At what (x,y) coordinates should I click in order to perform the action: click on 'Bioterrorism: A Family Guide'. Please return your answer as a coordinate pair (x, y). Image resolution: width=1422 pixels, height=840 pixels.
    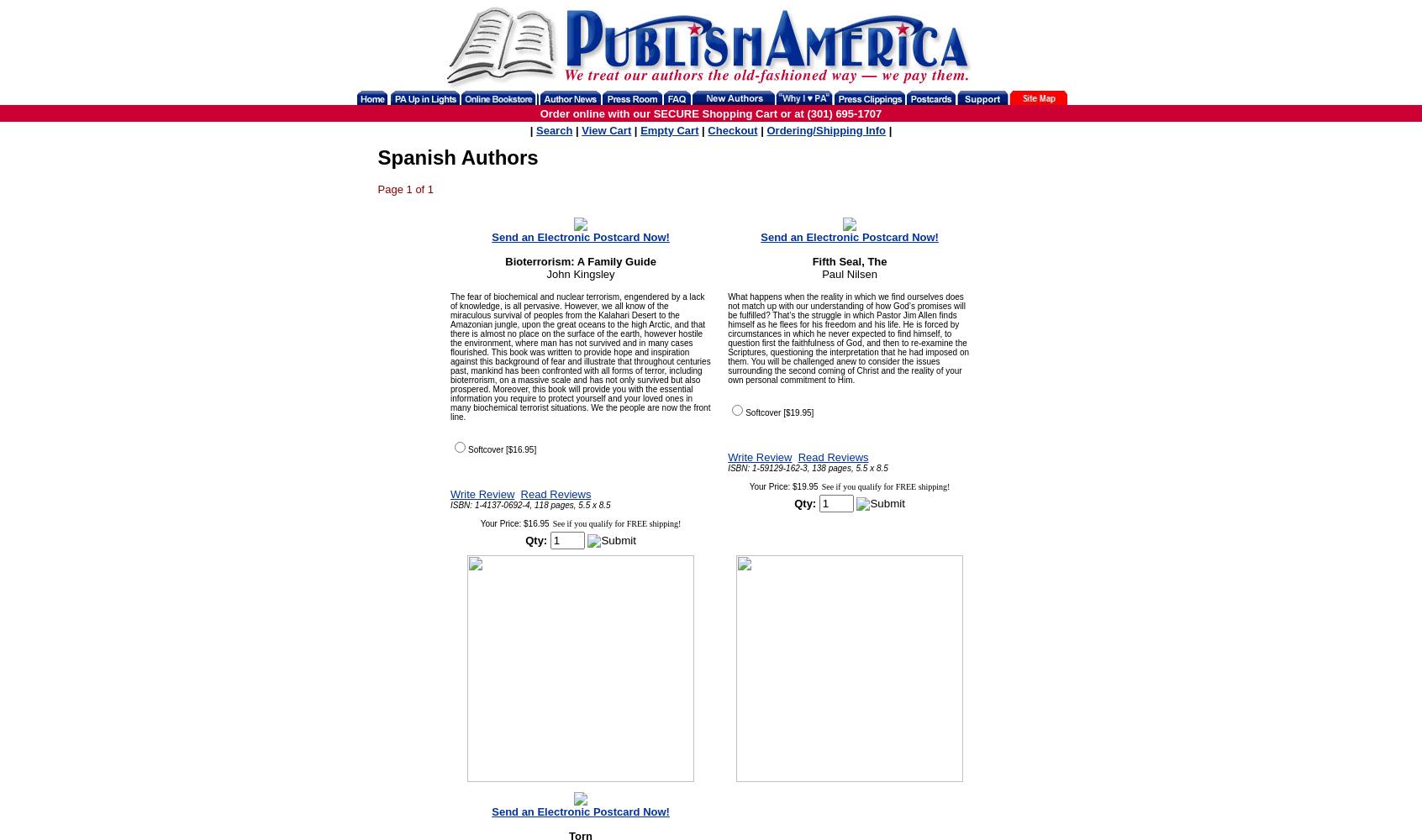
    Looking at the image, I should click on (580, 261).